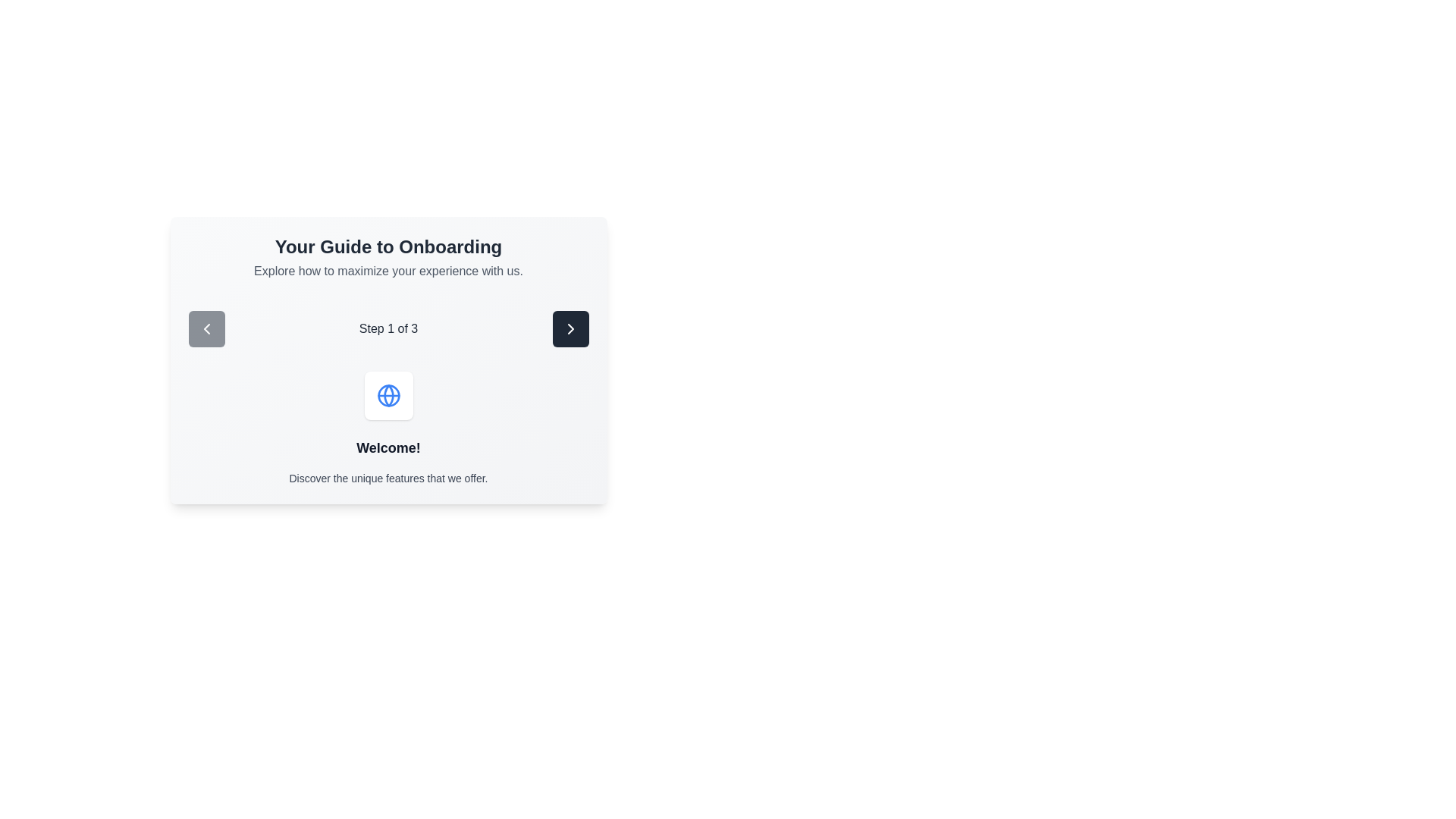 This screenshot has width=1456, height=819. What do you see at coordinates (570, 328) in the screenshot?
I see `the right-pointing arrow button with a dark gray background located in the bottom-right corner` at bounding box center [570, 328].